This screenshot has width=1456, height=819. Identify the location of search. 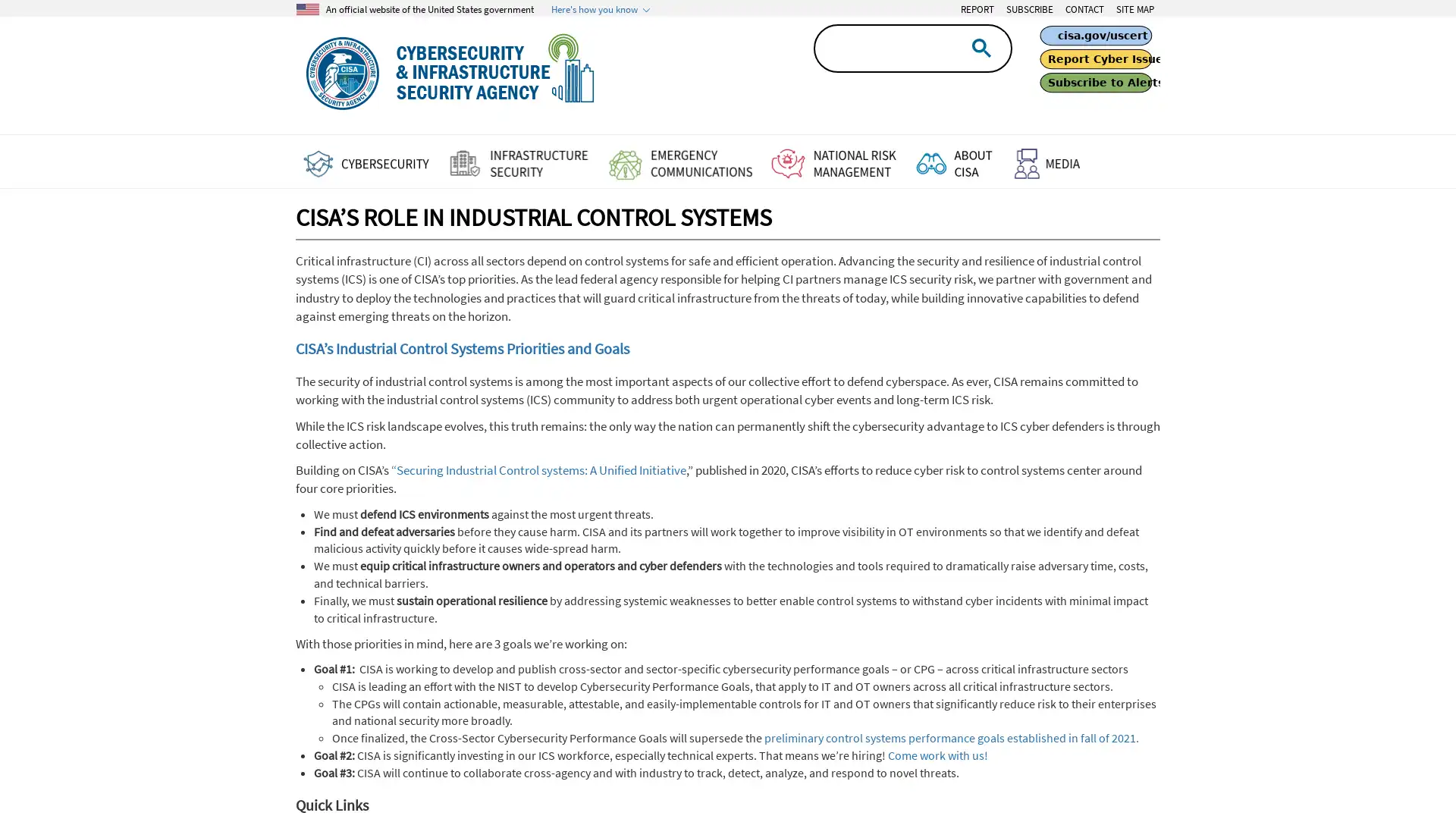
(978, 45).